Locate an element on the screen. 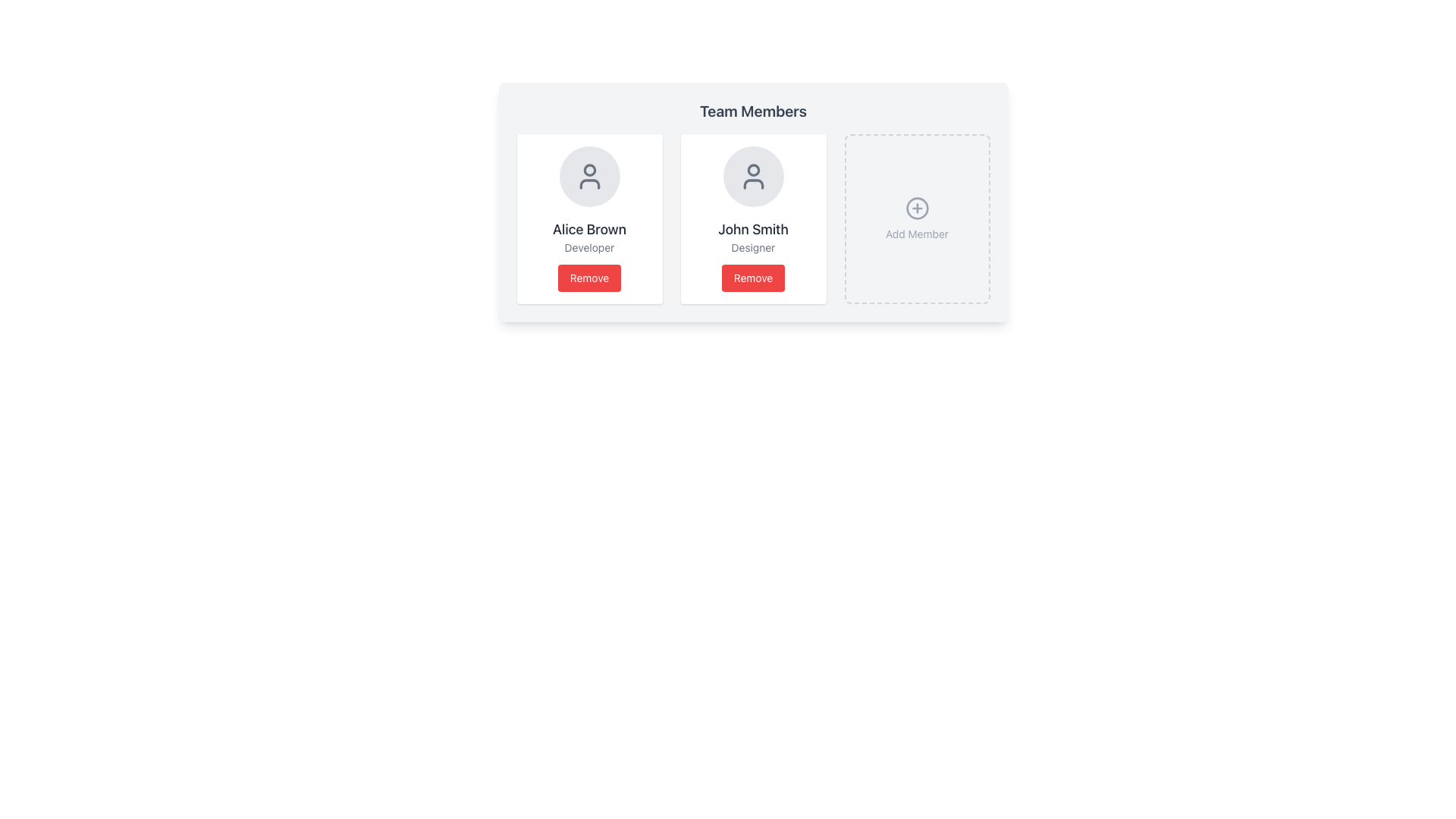  the 'Add Member' button icon located in the far-right section of the 'Team Members' panel to trigger a tooltip or visual feedback is located at coordinates (916, 208).